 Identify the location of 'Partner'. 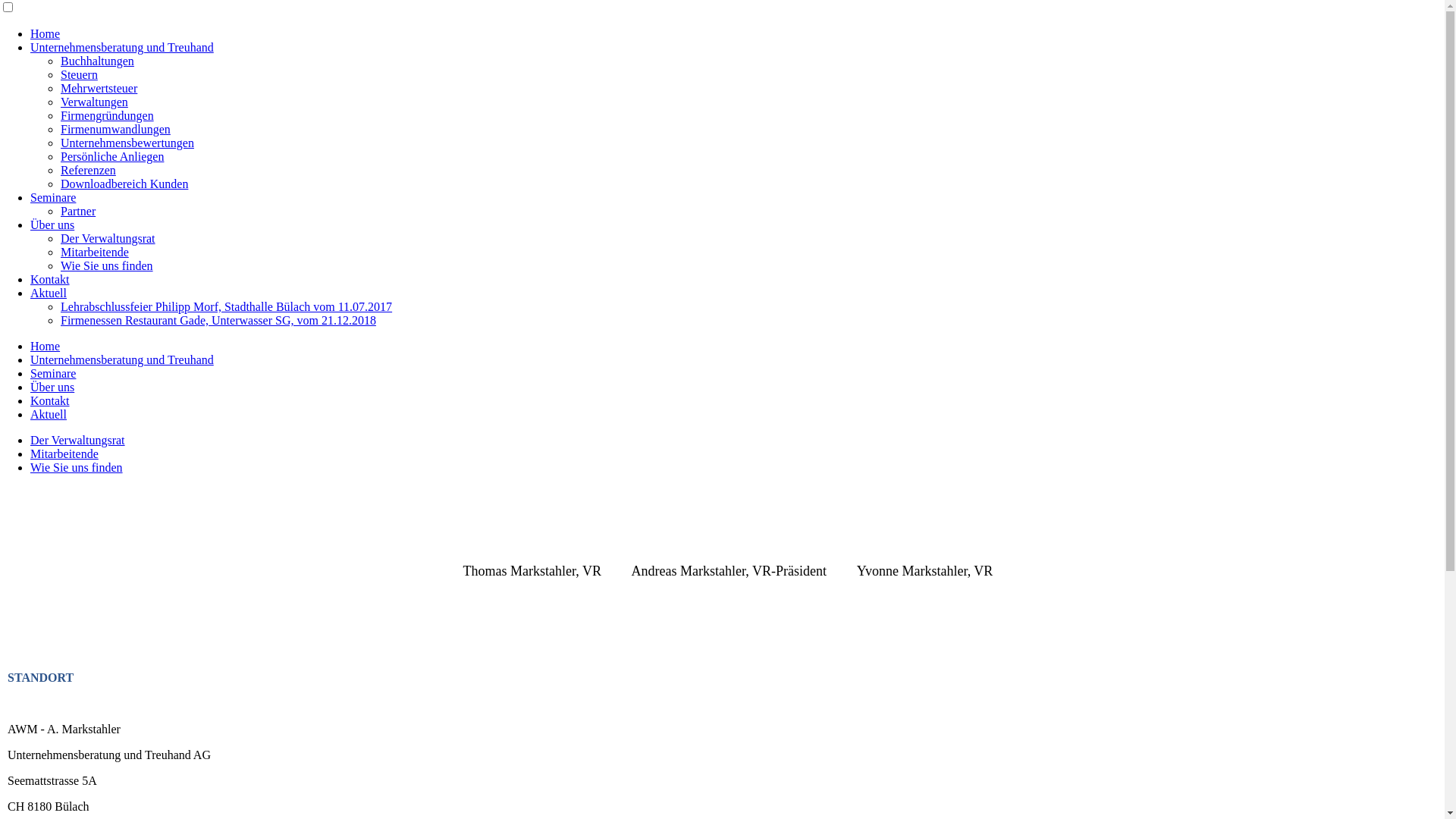
(61, 211).